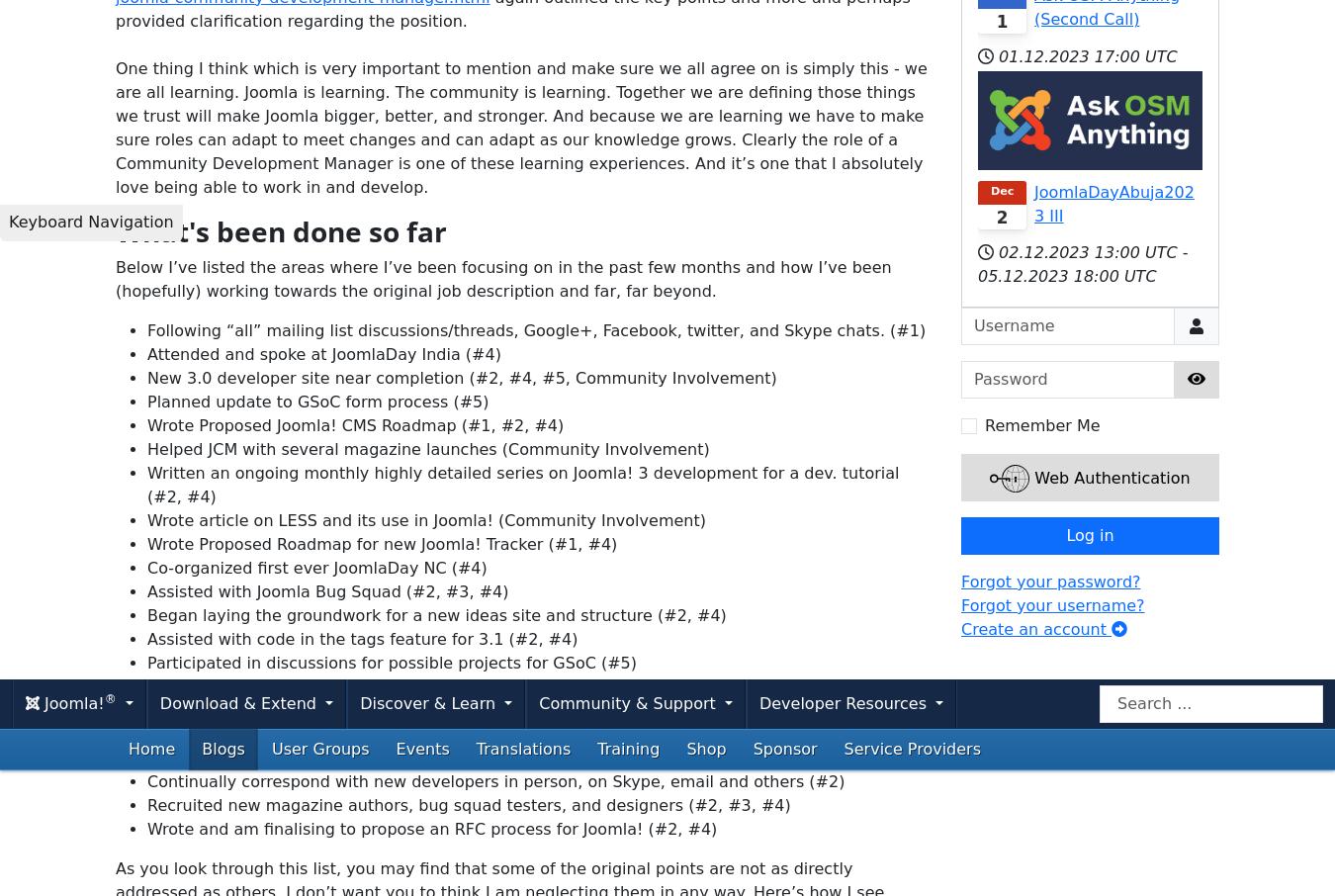  Describe the element at coordinates (863, 647) in the screenshot. I see `'pinterest'` at that location.